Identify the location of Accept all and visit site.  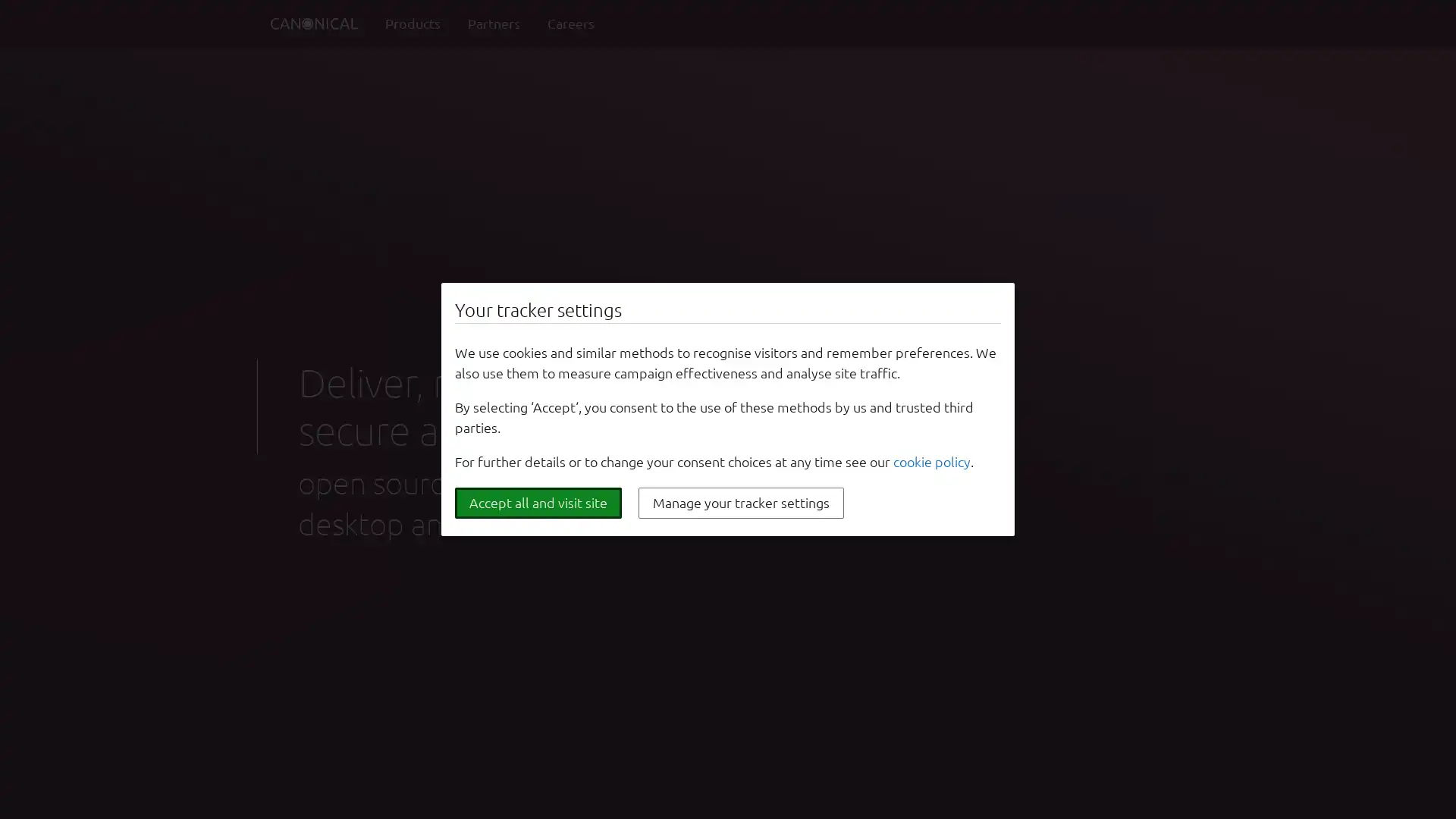
(538, 503).